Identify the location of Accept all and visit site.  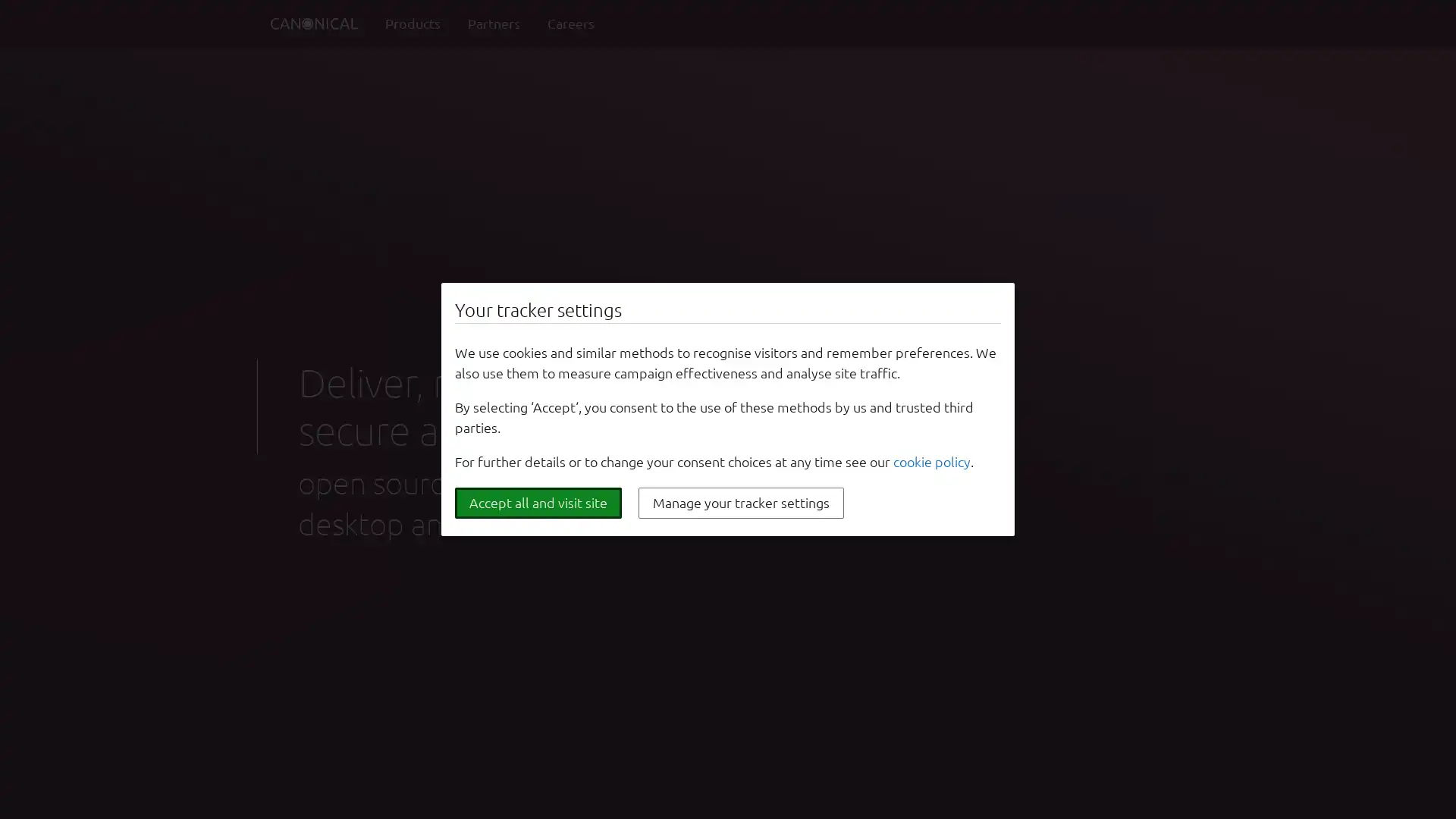
(538, 503).